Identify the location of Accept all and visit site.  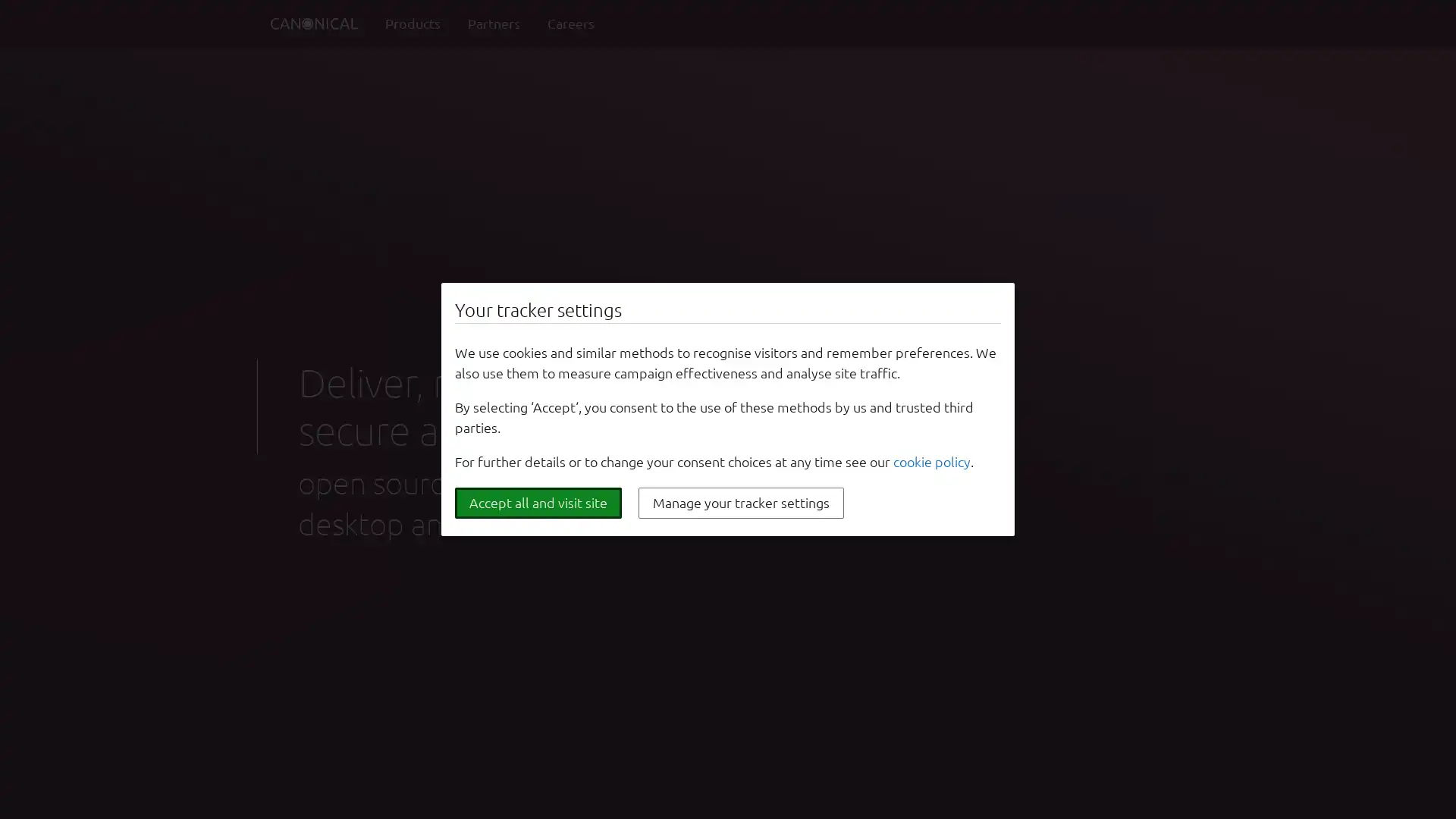
(538, 503).